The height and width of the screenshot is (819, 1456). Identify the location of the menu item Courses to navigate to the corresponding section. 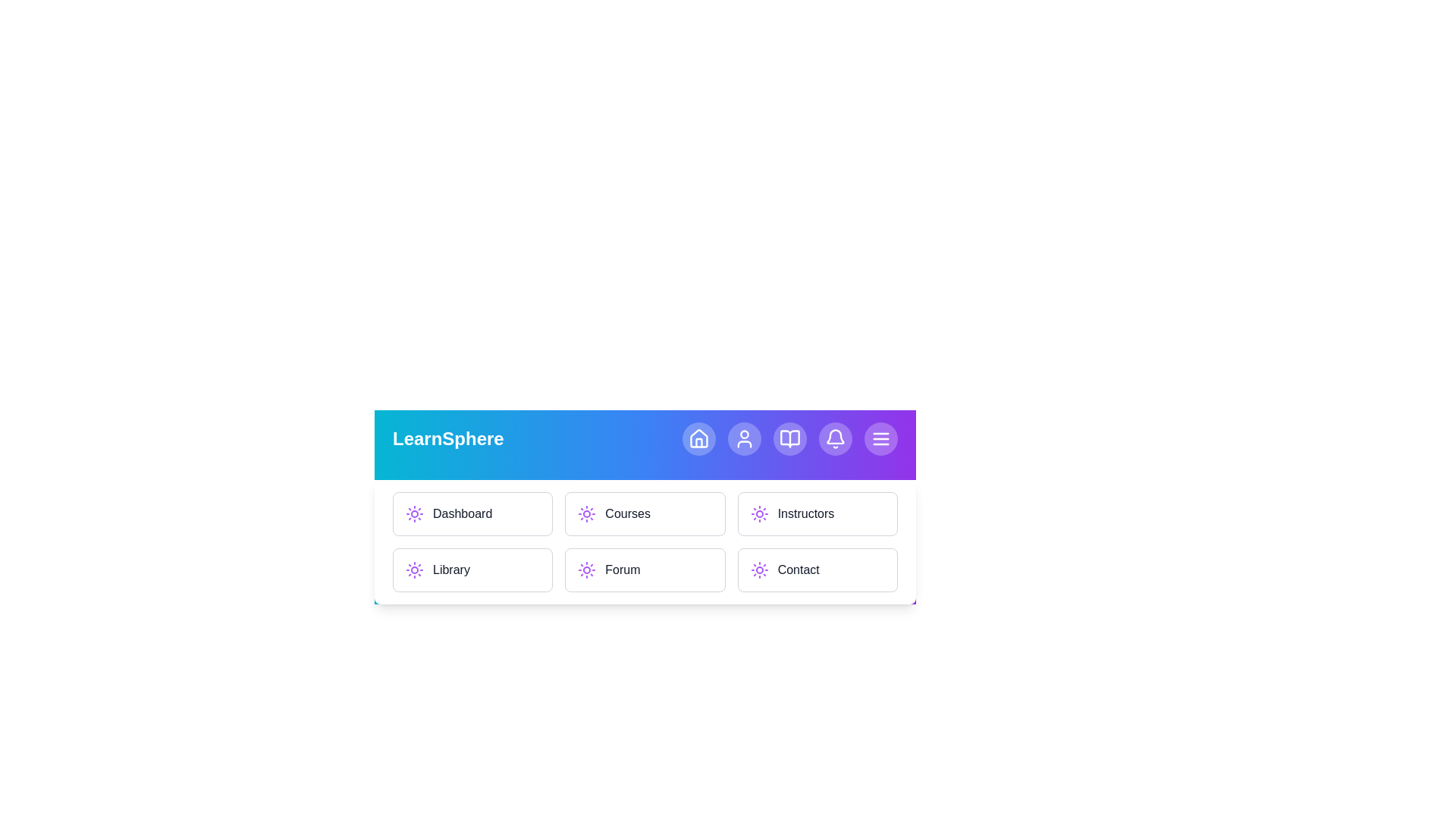
(645, 513).